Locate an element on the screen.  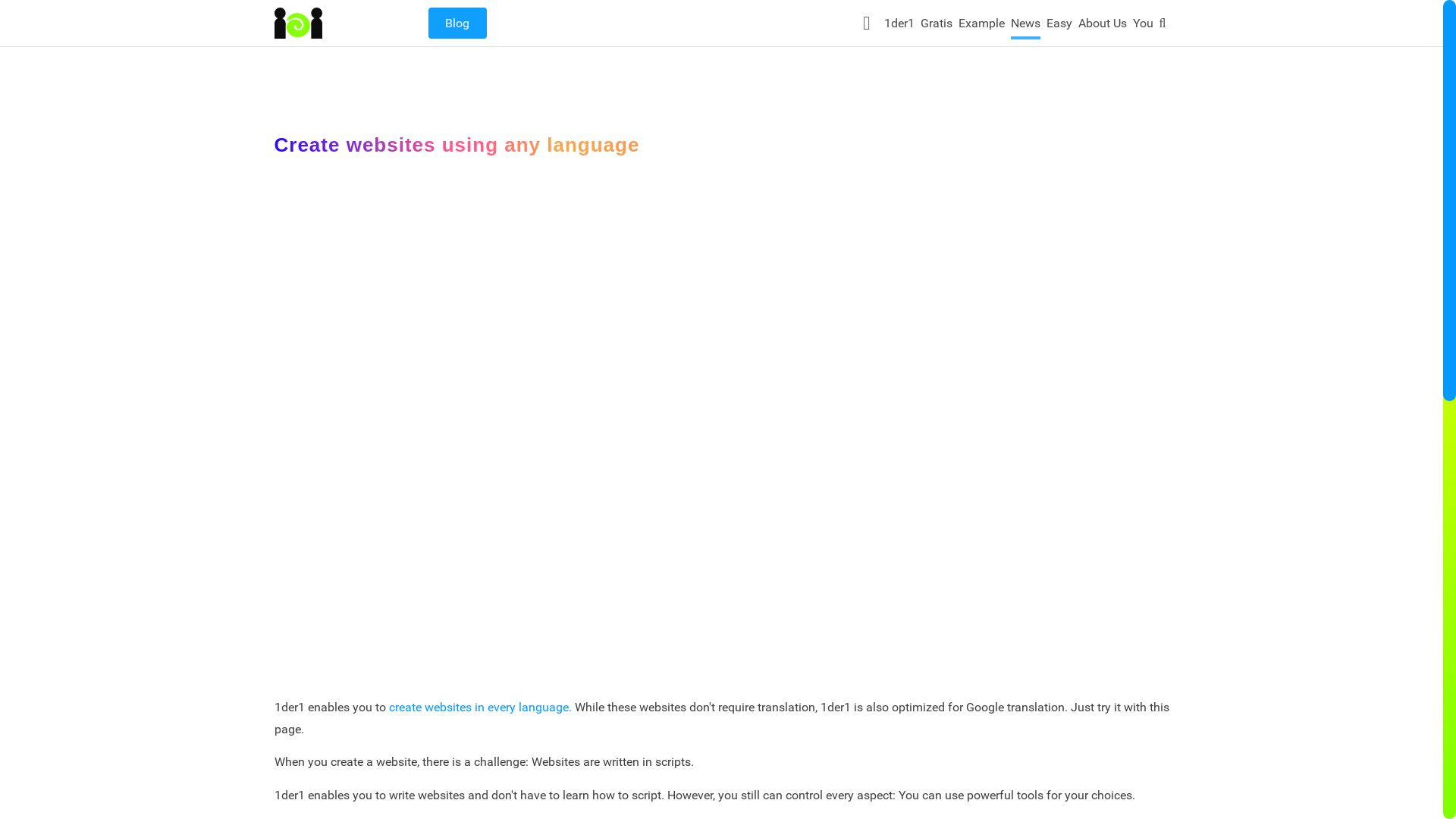
''wonder-one'' is located at coordinates (298, 23).